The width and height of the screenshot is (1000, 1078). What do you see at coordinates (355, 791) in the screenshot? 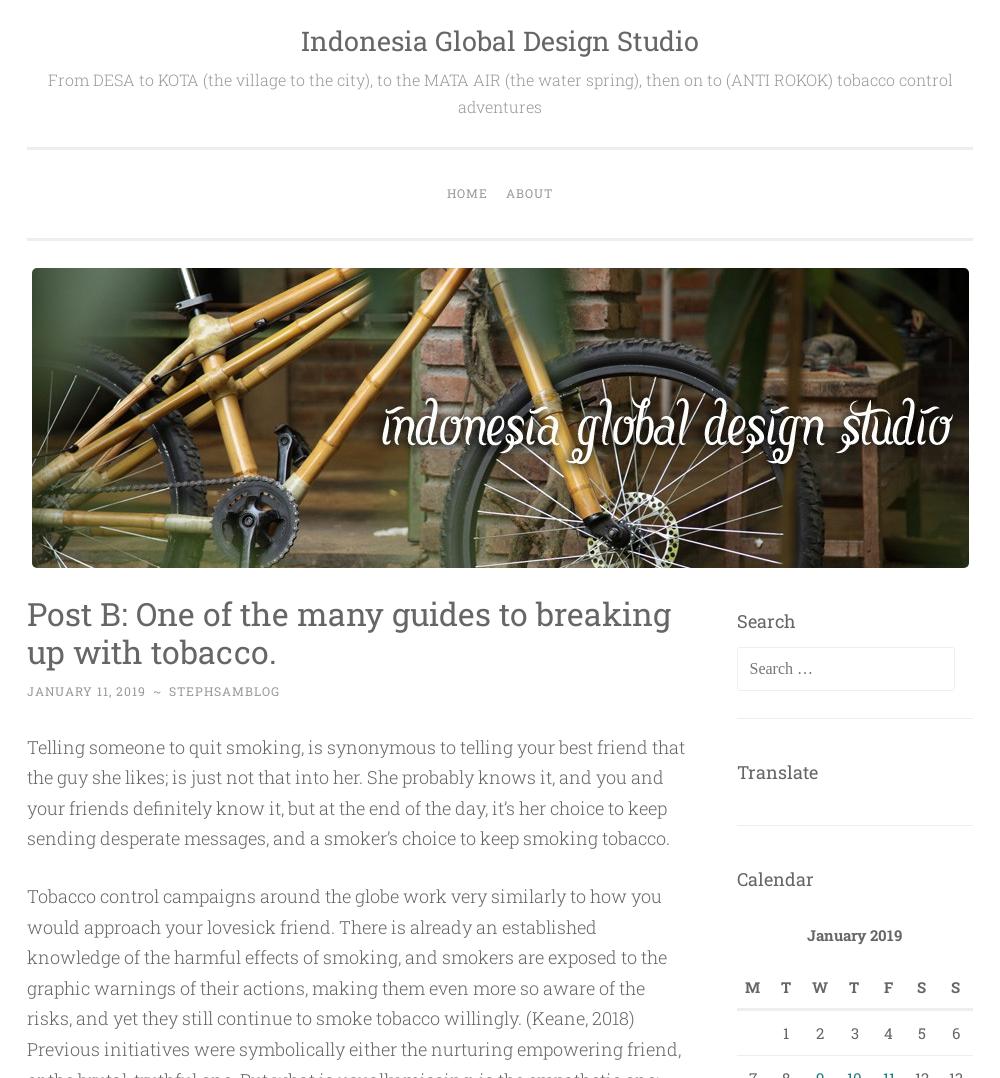
I see `'Telling someone to quit smoking, is synonymous to telling your best friend that the guy she likes; is just not that into her. She probably knows it, and you and your friends definitely know it, but at the end of the day, it’s her choice to keep sending desperate messages, and a smoker’s choice to keep smoking tobacco.'` at bounding box center [355, 791].